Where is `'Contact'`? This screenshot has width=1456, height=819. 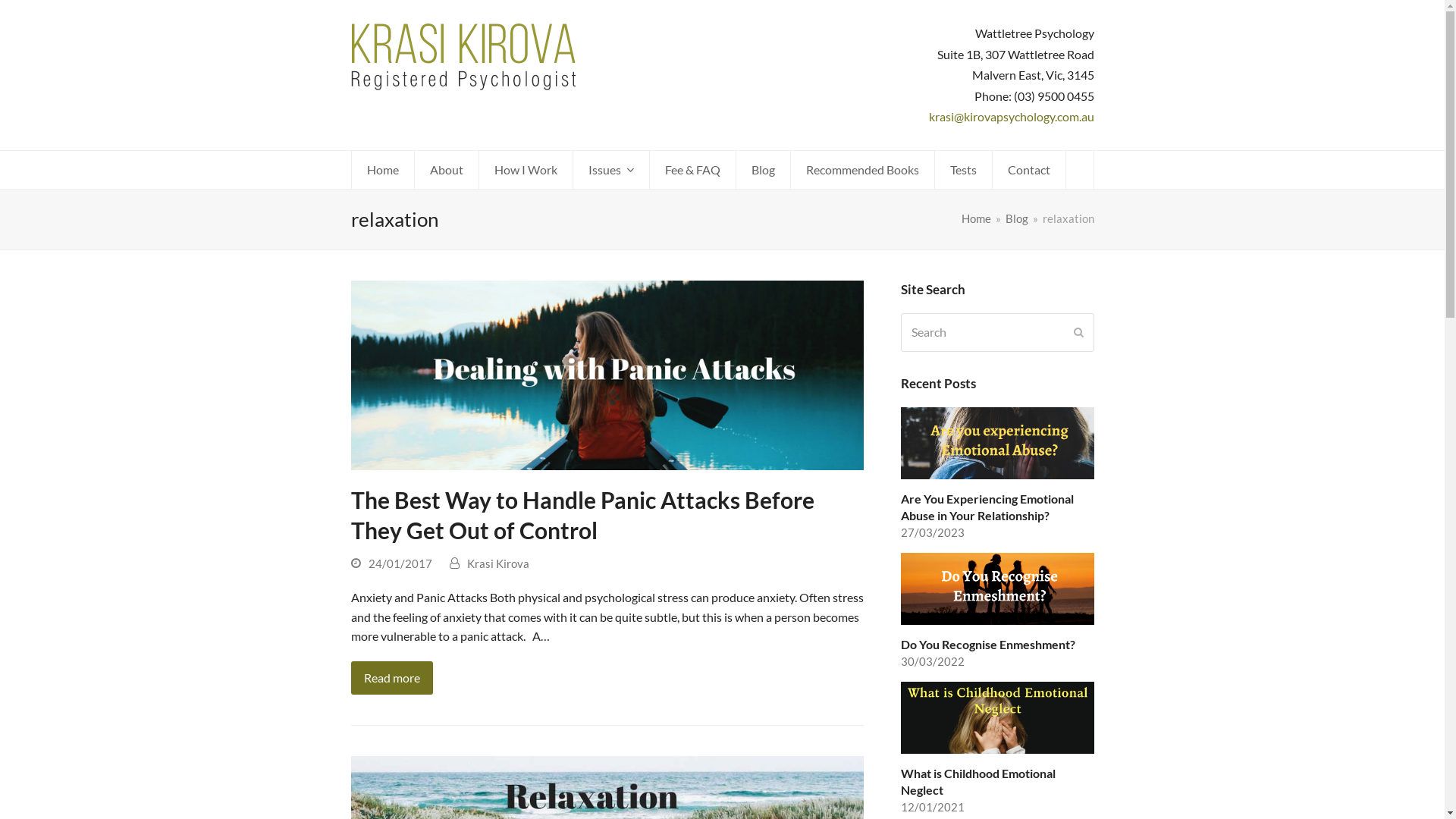
'Contact' is located at coordinates (992, 169).